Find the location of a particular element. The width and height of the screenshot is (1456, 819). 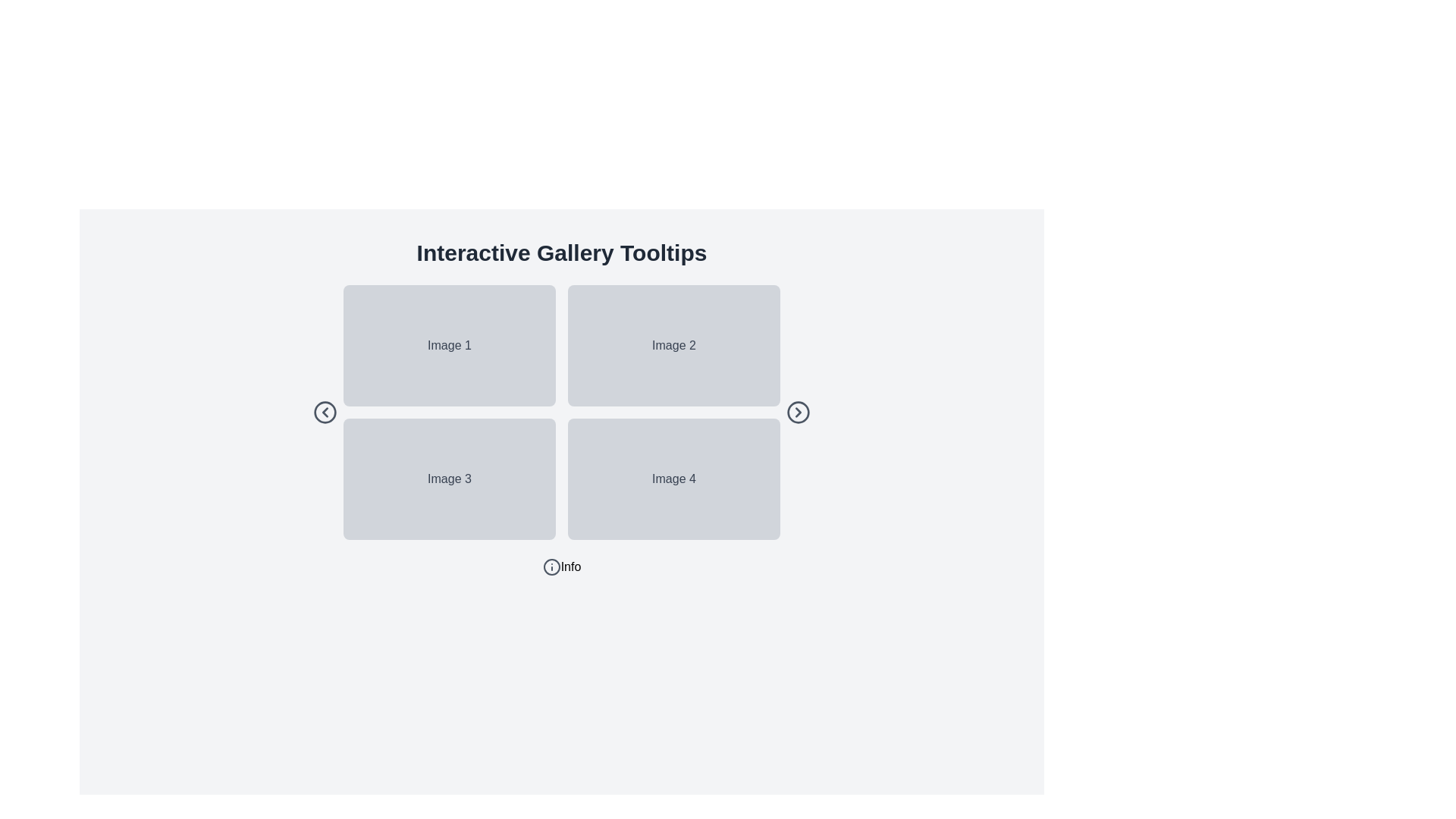

the Composite element containing a circular information icon and the text labeled 'Info' is located at coordinates (560, 567).